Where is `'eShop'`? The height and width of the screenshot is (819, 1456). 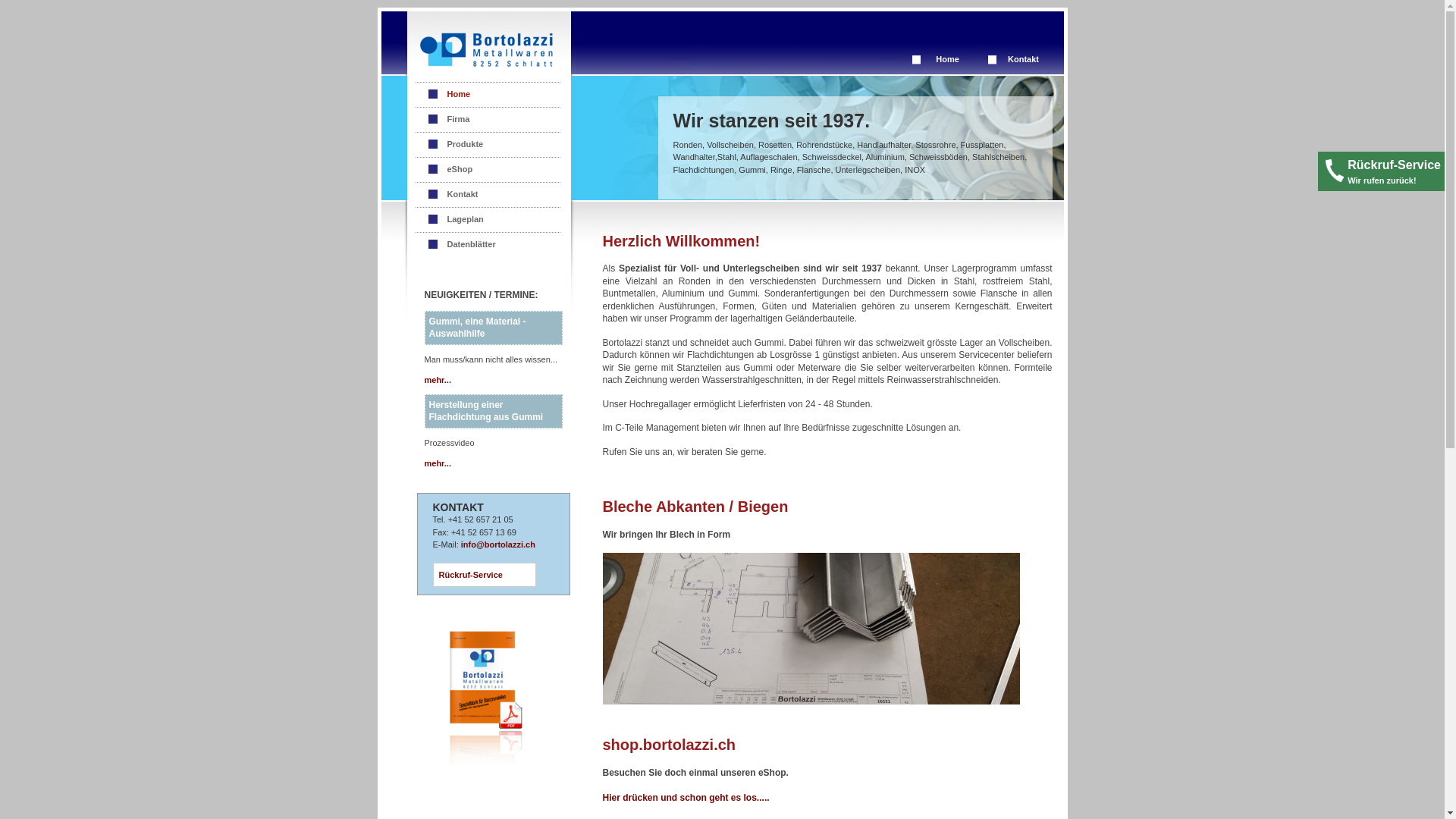
'eShop' is located at coordinates (490, 169).